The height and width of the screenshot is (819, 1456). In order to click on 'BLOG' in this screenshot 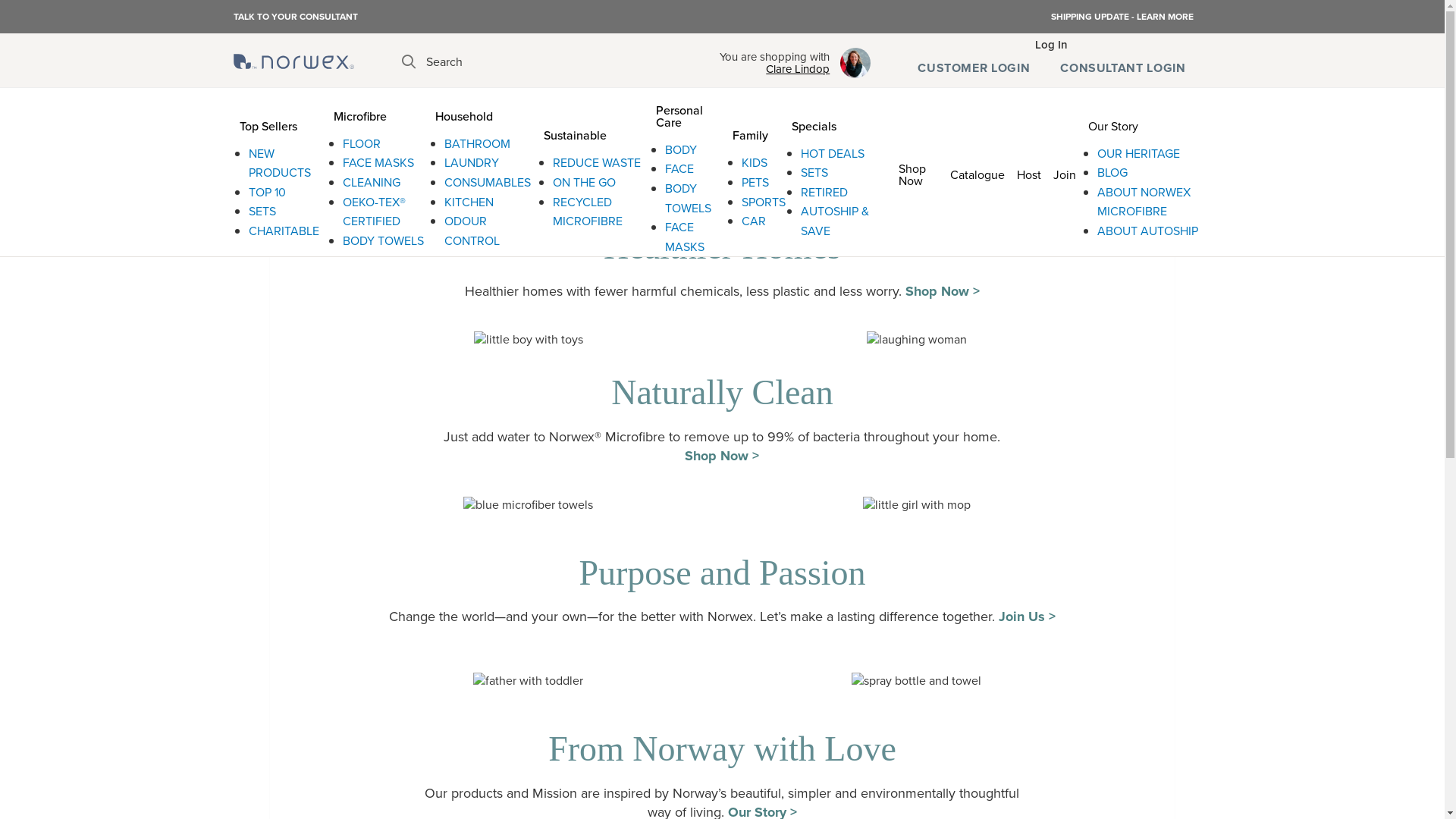, I will do `click(1112, 171)`.